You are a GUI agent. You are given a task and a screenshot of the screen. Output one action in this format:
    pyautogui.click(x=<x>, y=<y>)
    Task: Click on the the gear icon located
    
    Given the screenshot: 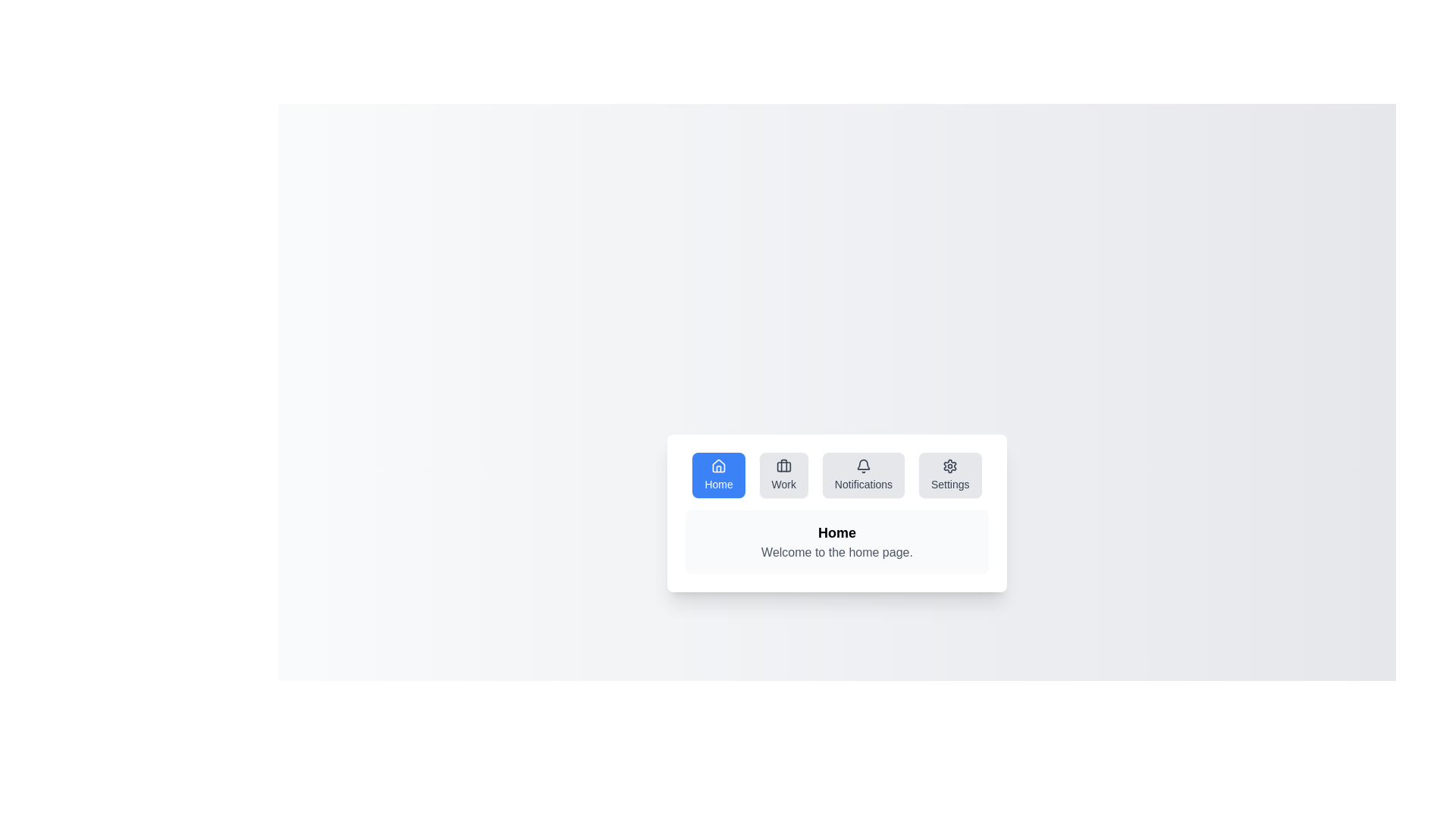 What is the action you would take?
    pyautogui.click(x=949, y=465)
    